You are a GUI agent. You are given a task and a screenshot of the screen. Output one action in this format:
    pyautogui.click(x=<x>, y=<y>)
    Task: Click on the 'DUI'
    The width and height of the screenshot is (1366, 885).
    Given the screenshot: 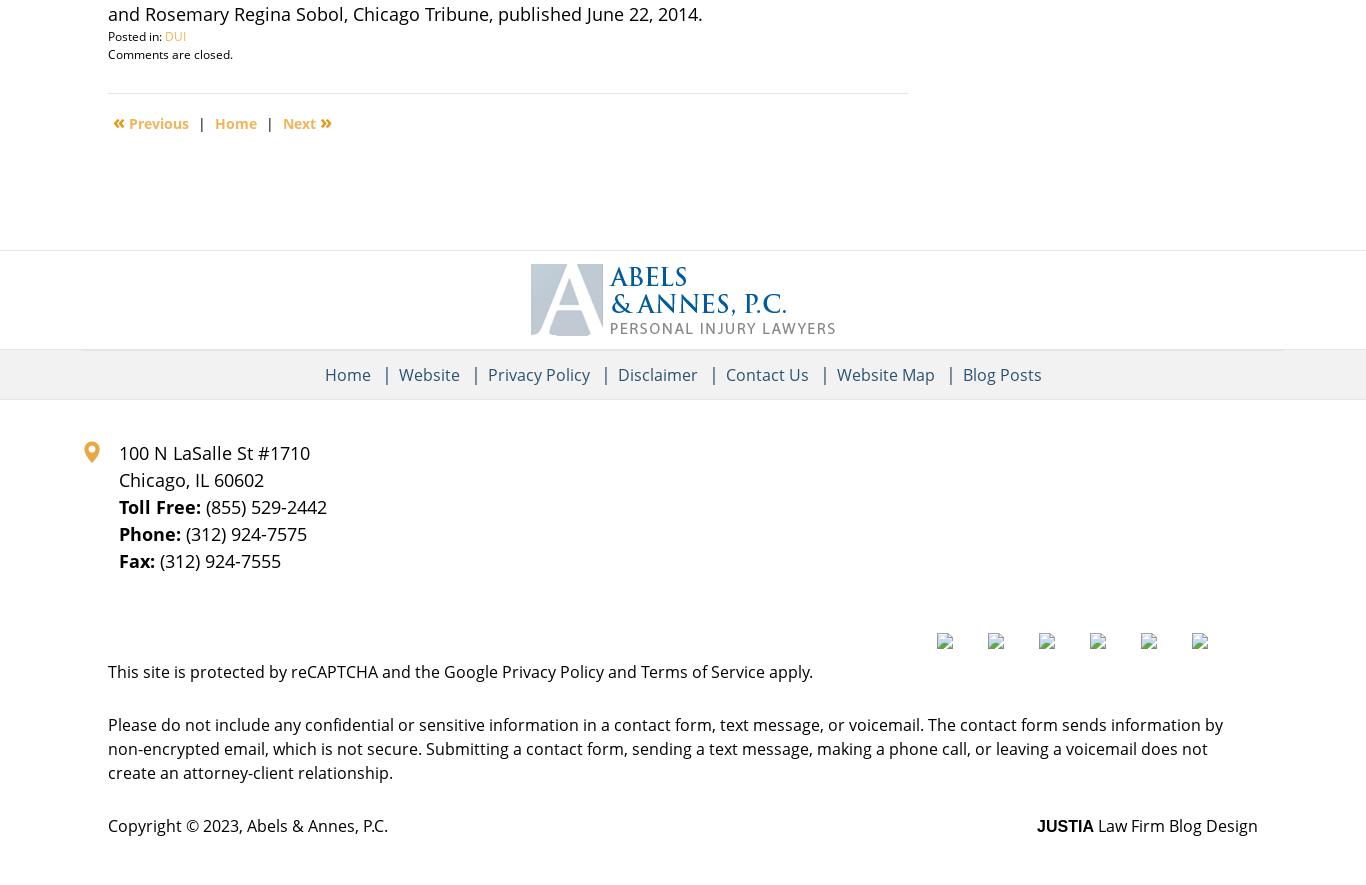 What is the action you would take?
    pyautogui.click(x=164, y=36)
    